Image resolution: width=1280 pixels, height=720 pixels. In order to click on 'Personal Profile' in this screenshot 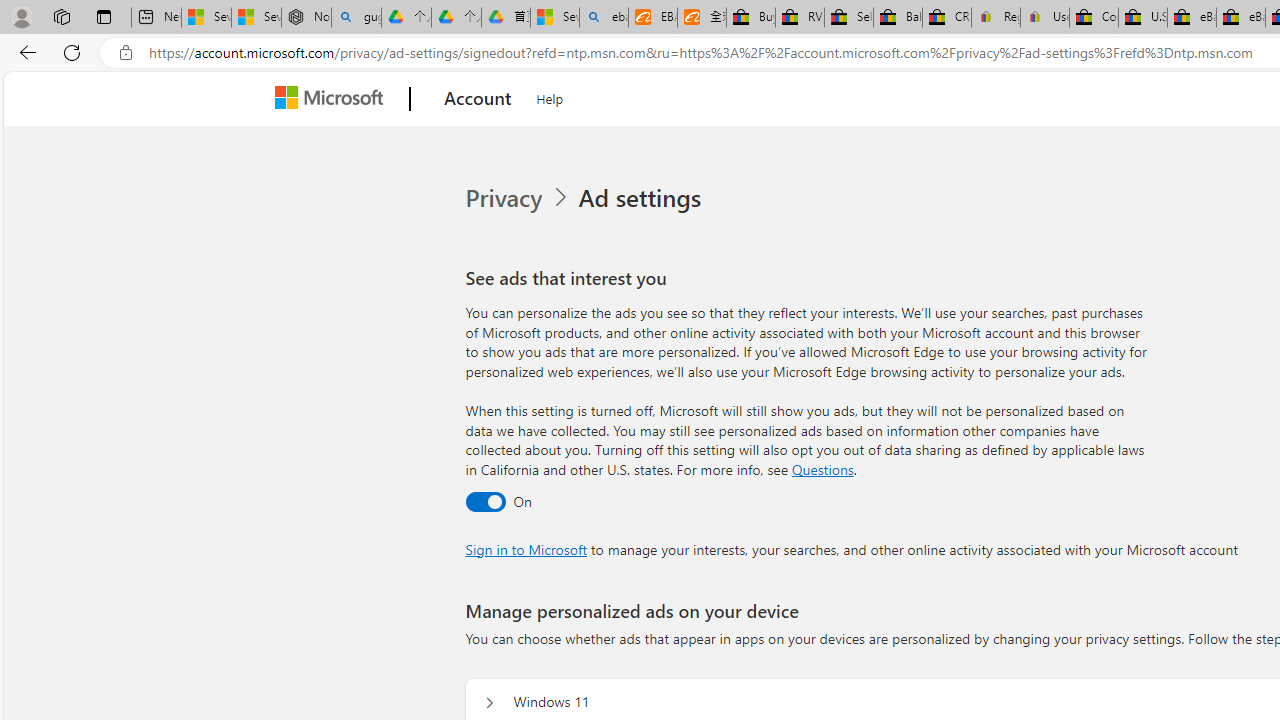, I will do `click(21, 16)`.